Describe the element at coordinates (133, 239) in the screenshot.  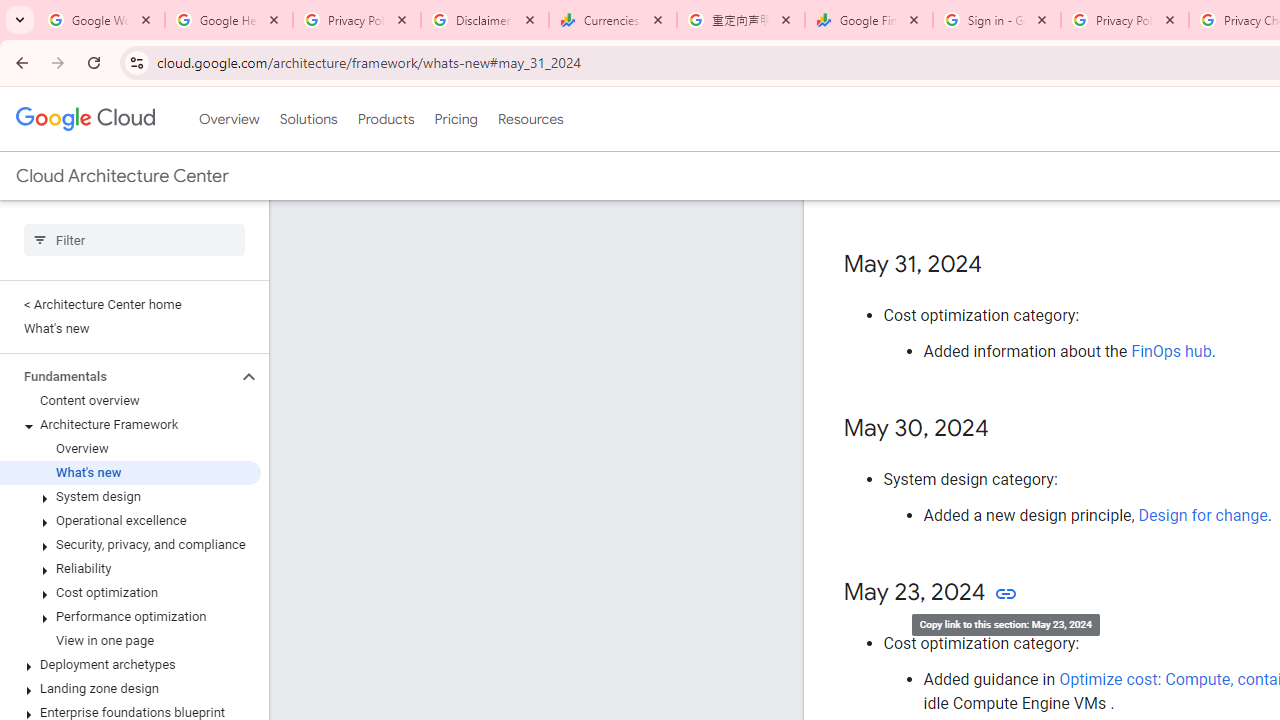
I see `'Type to filter'` at that location.